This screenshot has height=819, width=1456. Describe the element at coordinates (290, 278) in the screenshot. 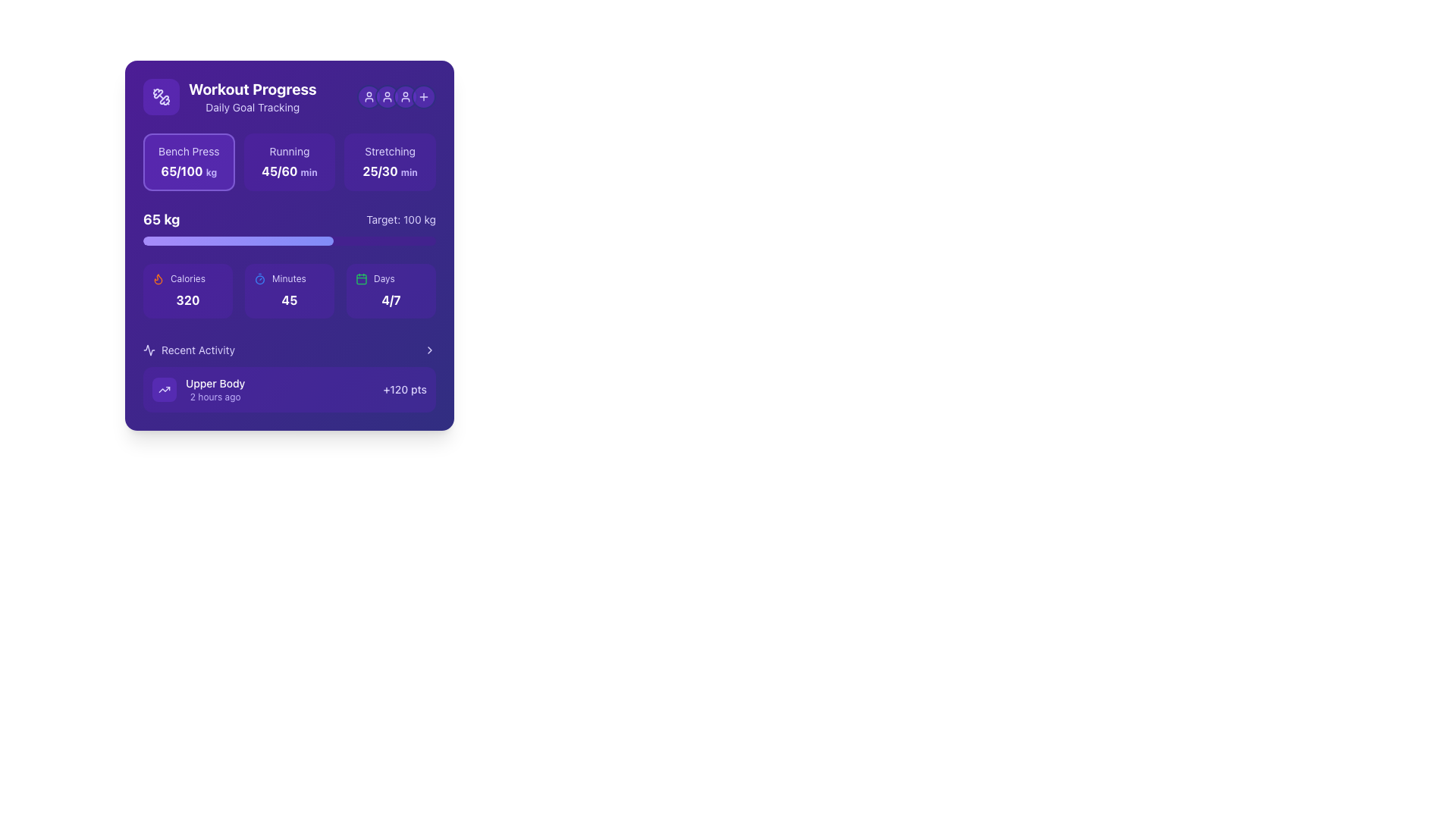

I see `the label with a blue timer icon and the word 'Minutes' written in violet, located in the bottom section of the card on the dashboard` at that location.